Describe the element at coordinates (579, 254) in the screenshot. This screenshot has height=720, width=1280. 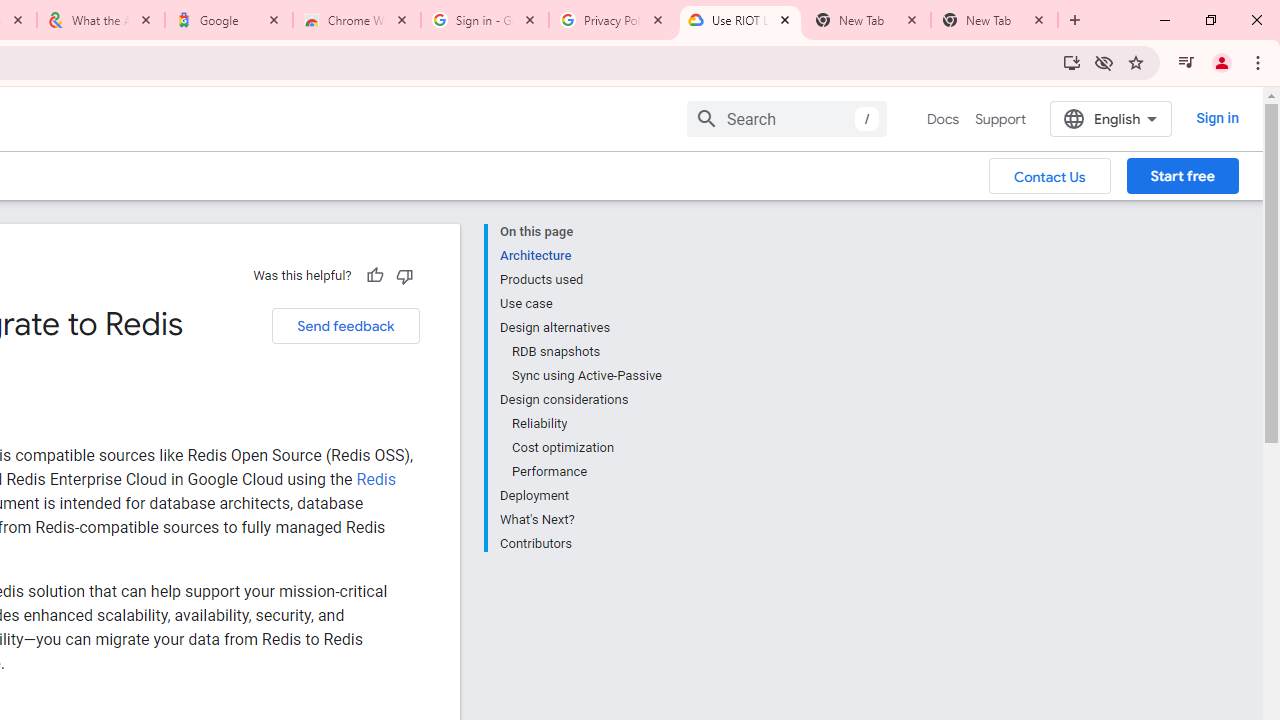
I see `'Architecture'` at that location.